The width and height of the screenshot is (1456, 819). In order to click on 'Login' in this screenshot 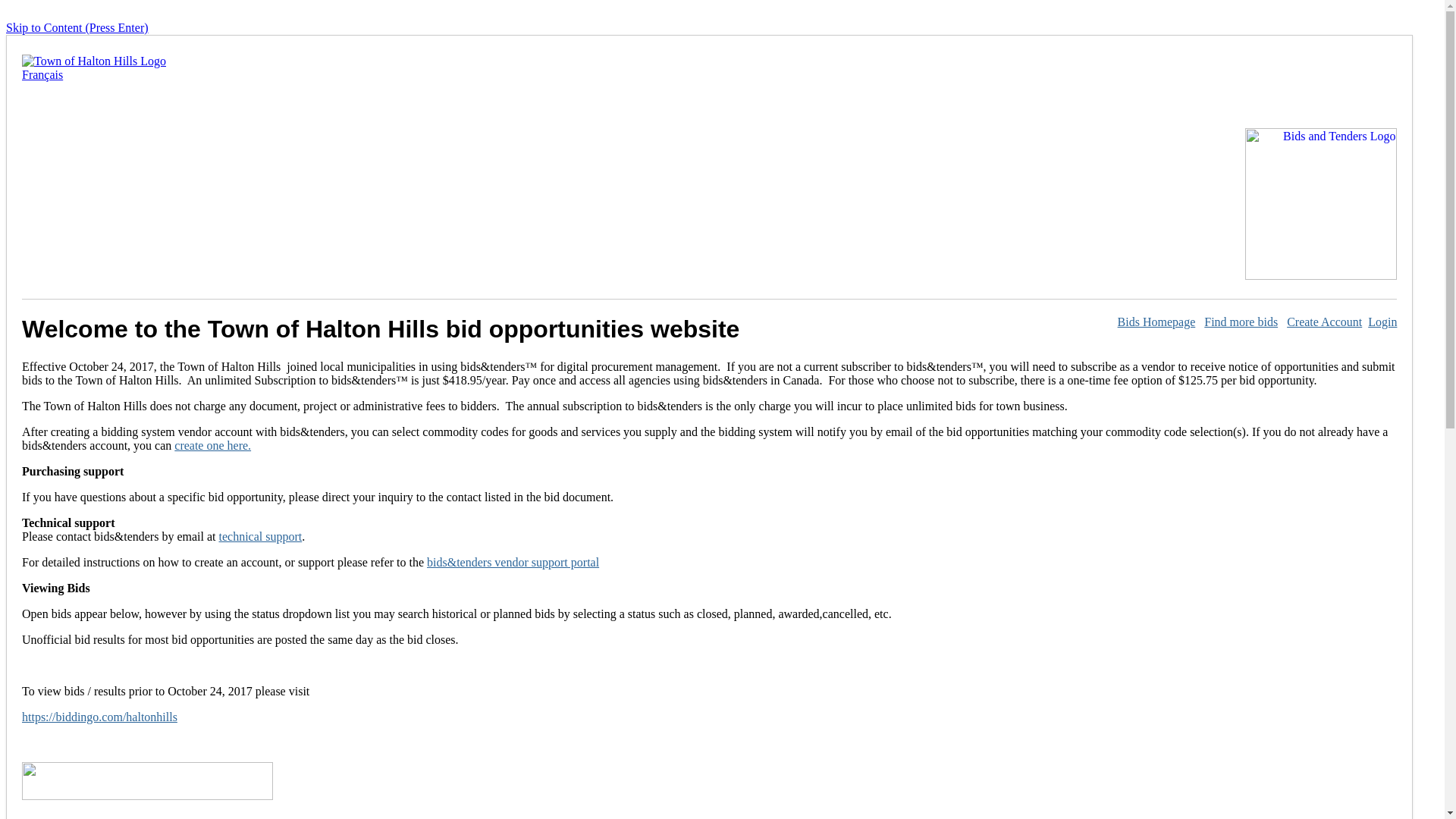, I will do `click(1382, 321)`.